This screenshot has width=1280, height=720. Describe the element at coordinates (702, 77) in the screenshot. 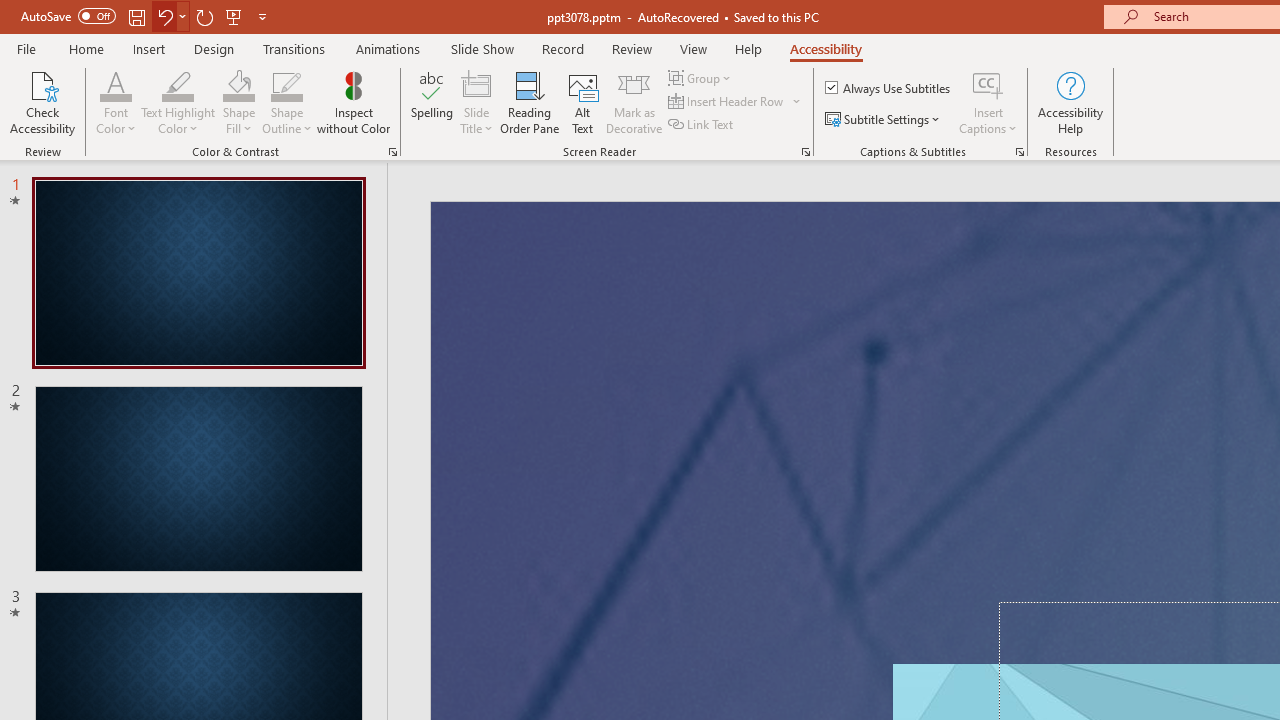

I see `'Group'` at that location.